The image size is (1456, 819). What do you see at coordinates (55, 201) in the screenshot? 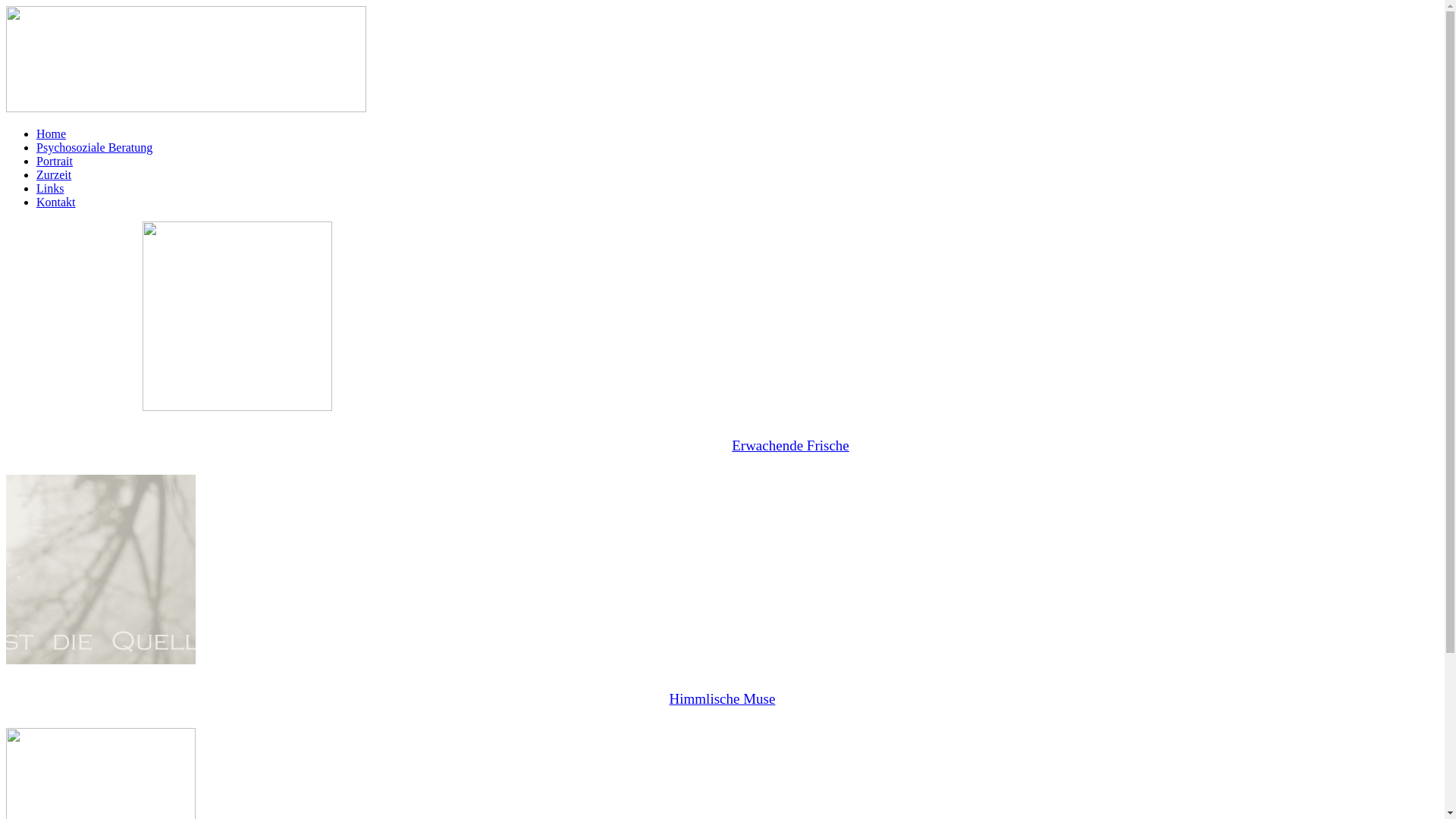
I see `'Kontakt'` at bounding box center [55, 201].